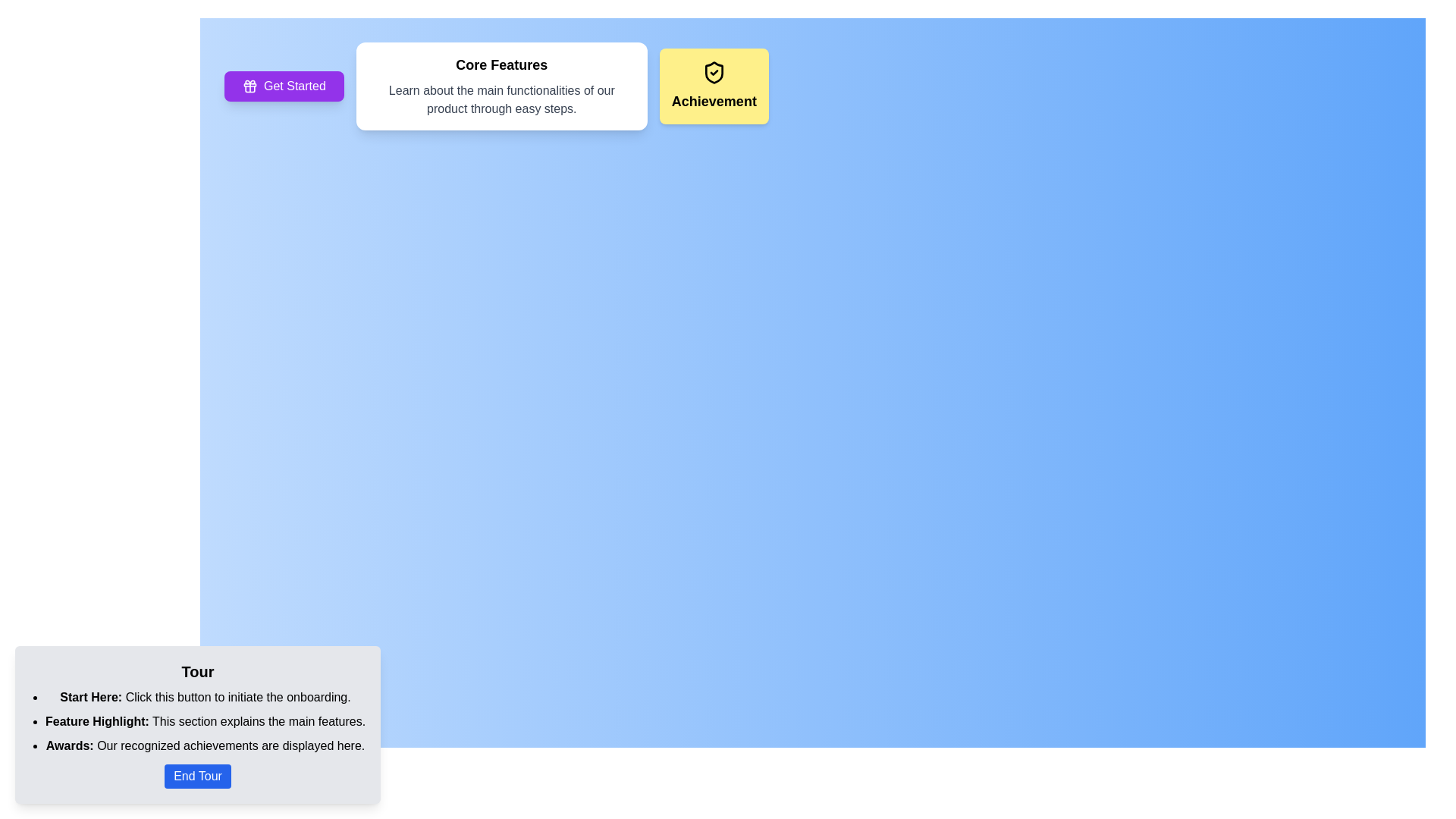 This screenshot has height=819, width=1456. What do you see at coordinates (250, 86) in the screenshot?
I see `the gift icon located on the left-hand side within the purple button labeled 'Get Started' in the top-left portion of the interface` at bounding box center [250, 86].